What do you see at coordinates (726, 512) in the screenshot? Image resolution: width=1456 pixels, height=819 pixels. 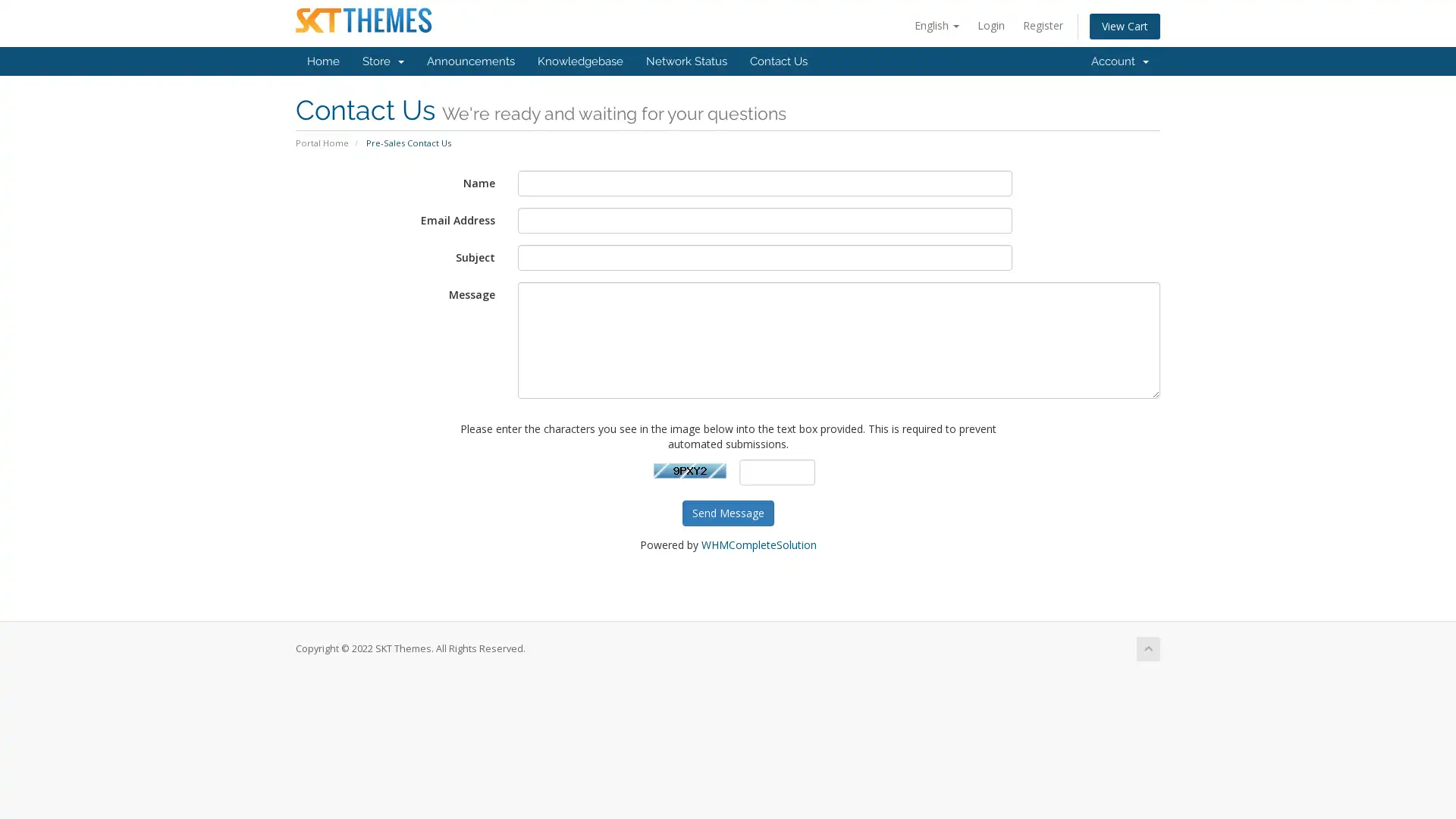 I see `Send Message` at bounding box center [726, 512].